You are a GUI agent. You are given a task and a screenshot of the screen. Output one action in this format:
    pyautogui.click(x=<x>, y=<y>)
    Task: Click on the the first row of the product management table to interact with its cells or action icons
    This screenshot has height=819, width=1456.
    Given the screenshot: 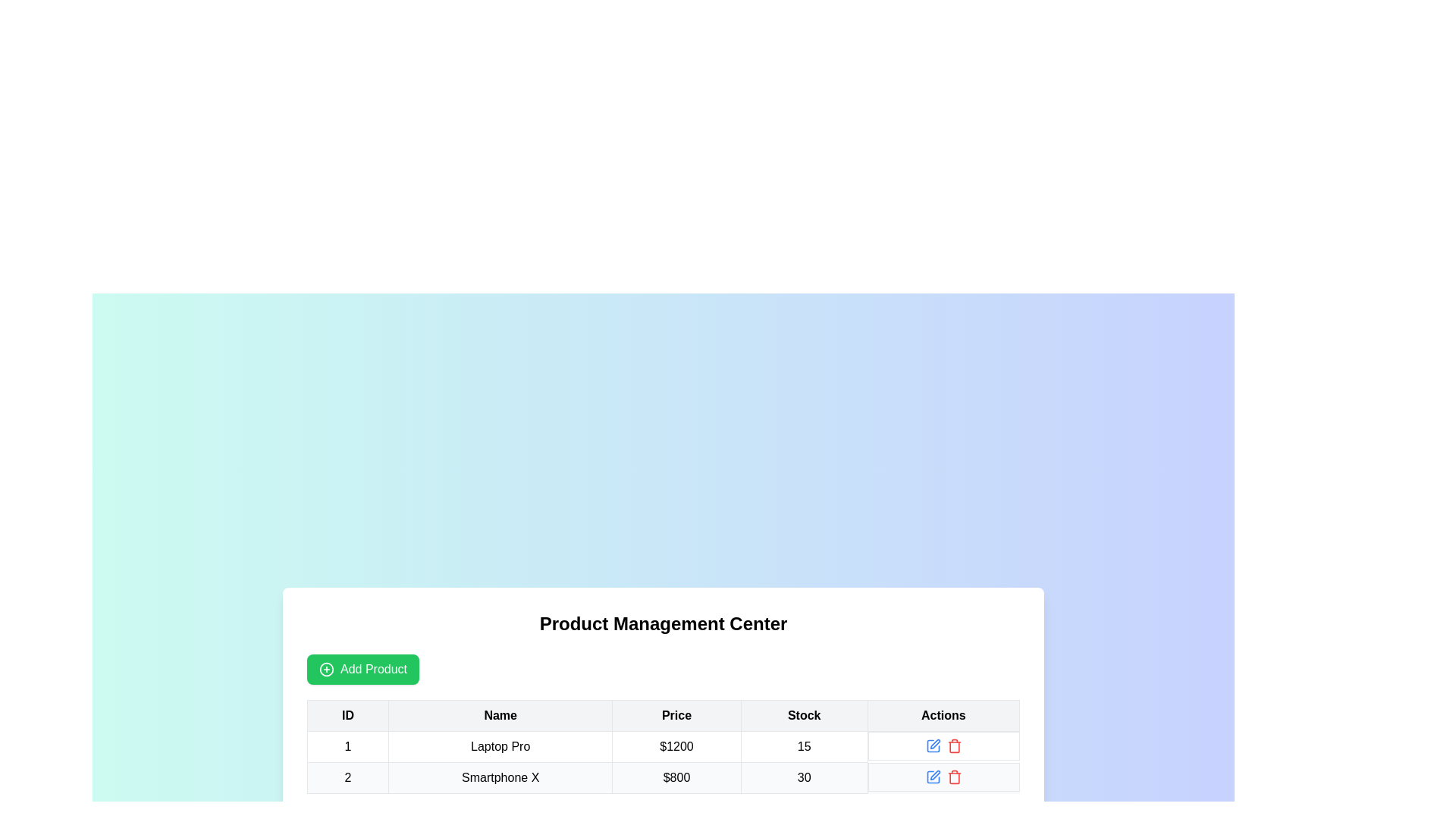 What is the action you would take?
    pyautogui.click(x=663, y=745)
    